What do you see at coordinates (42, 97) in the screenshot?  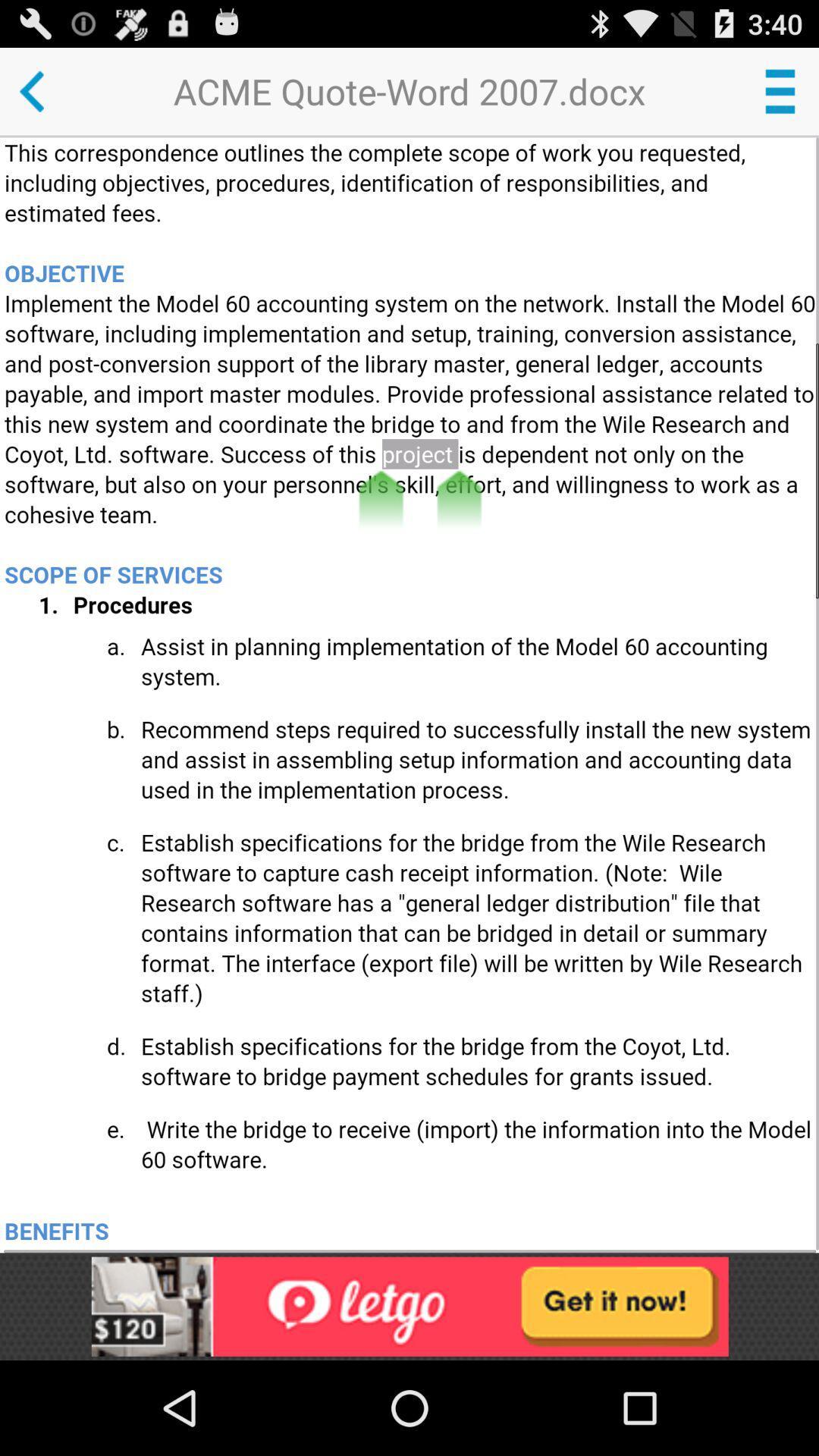 I see `the arrow_backward icon` at bounding box center [42, 97].